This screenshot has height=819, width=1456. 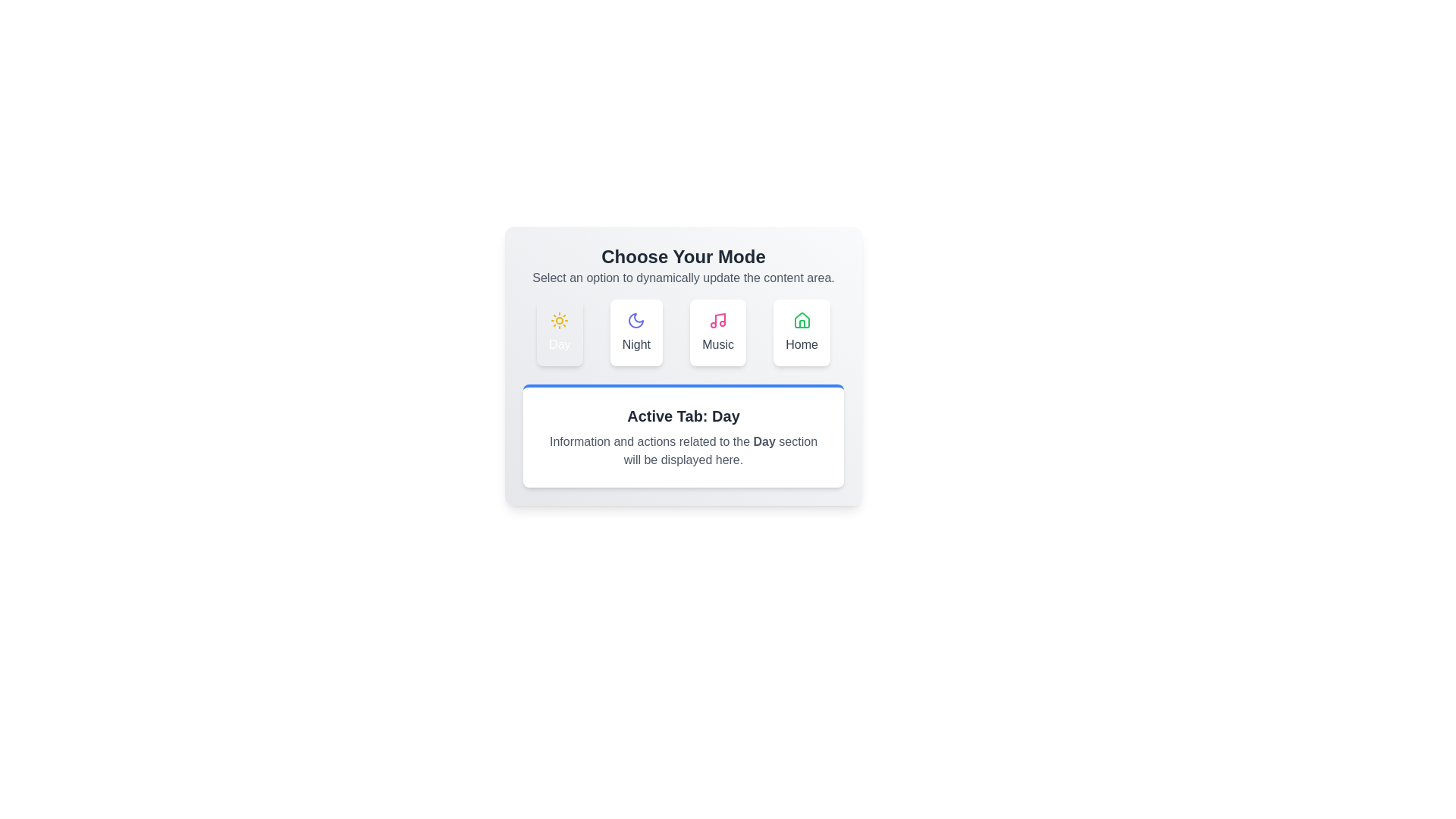 What do you see at coordinates (801, 319) in the screenshot?
I see `the green house icon representing 'Home' mode in the 'Choose Your Mode' group` at bounding box center [801, 319].